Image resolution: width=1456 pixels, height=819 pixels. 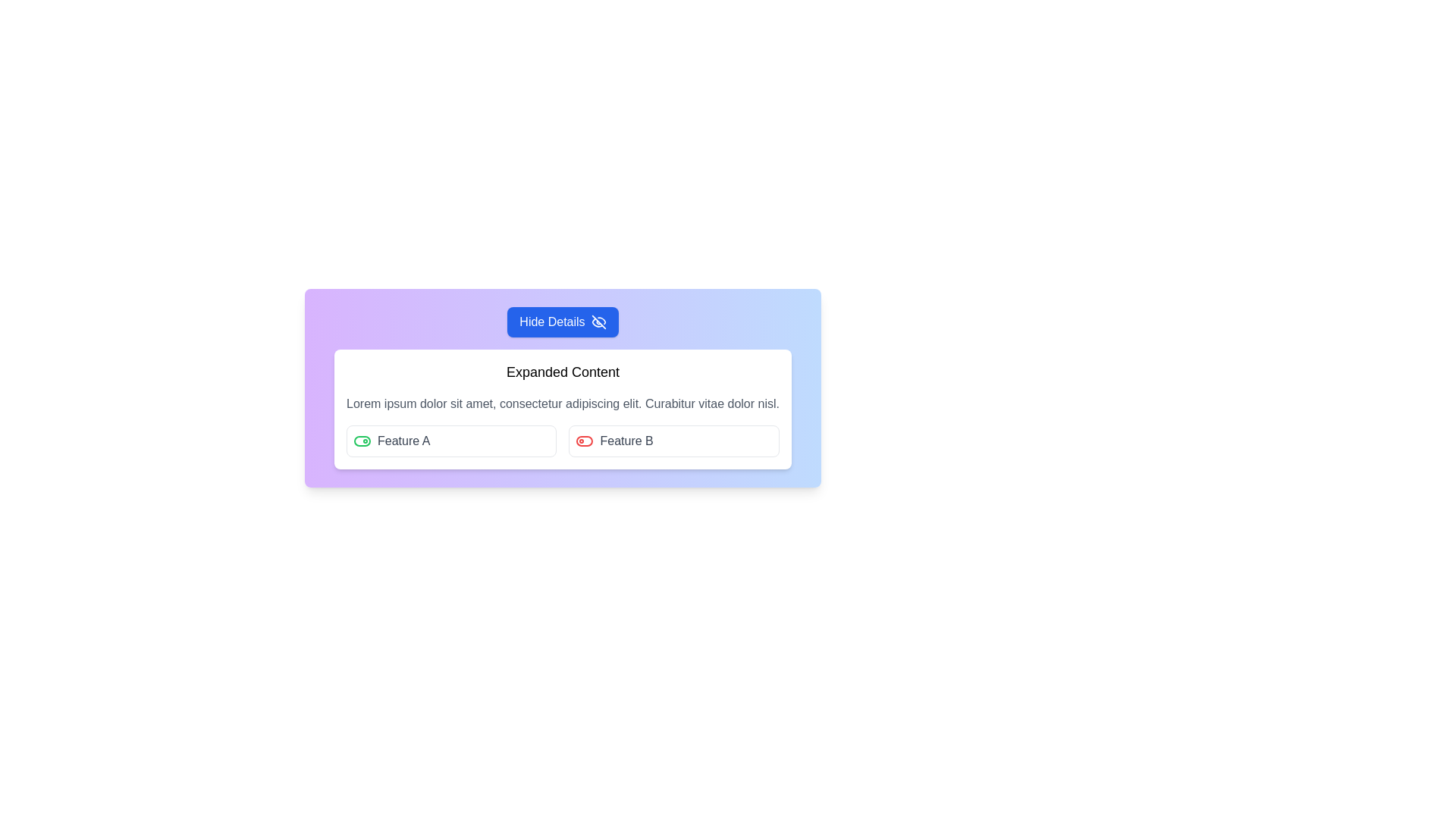 What do you see at coordinates (598, 321) in the screenshot?
I see `the visibility off icon, which resembles an eye with a diagonal line through it, located to the right of the text 'Hide Details' in a blue button` at bounding box center [598, 321].